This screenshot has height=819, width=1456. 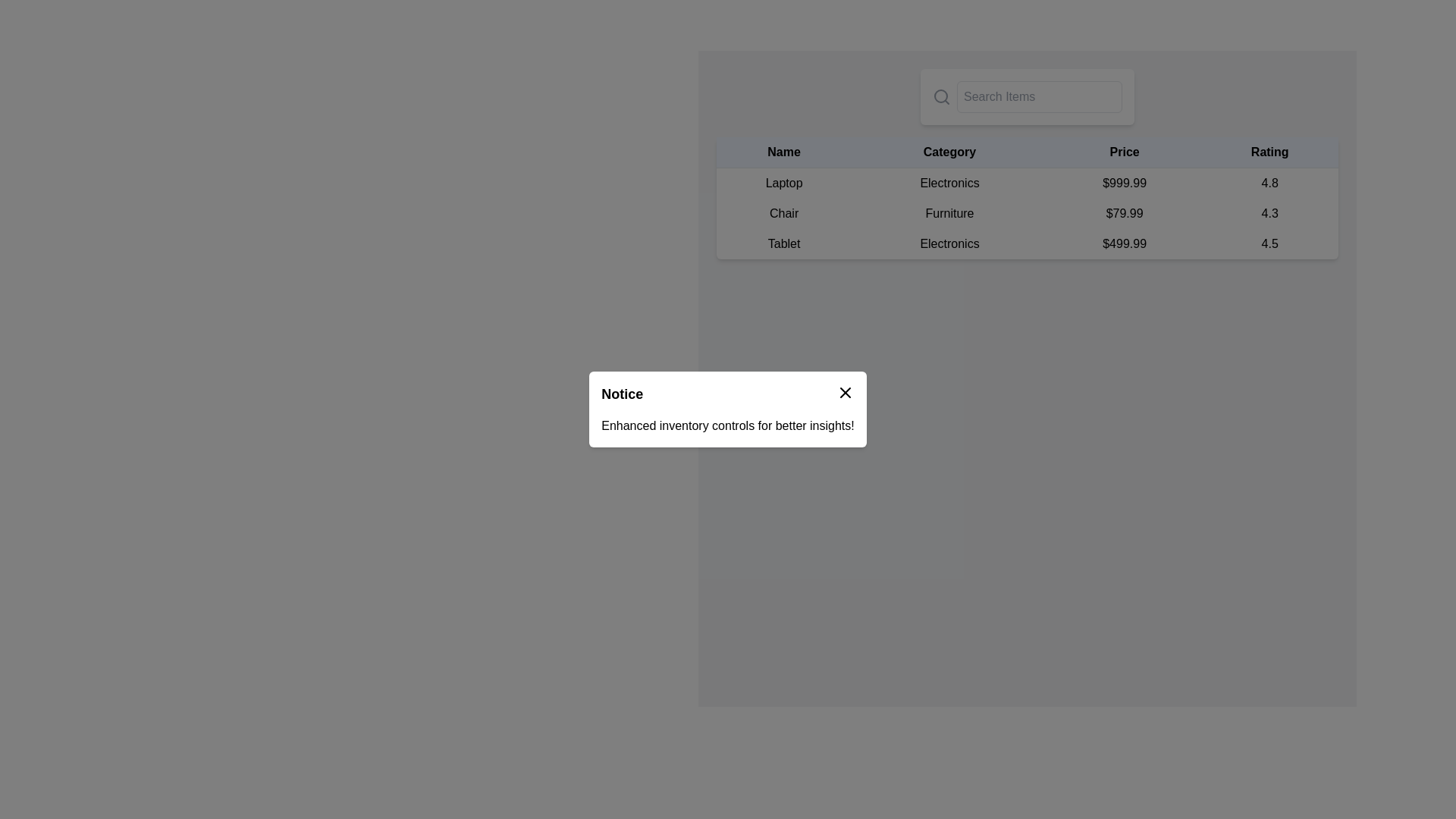 I want to click on the table header that indicates the rating values for the corresponding rows, located at the far right of the row following 'Price.', so click(x=1269, y=152).